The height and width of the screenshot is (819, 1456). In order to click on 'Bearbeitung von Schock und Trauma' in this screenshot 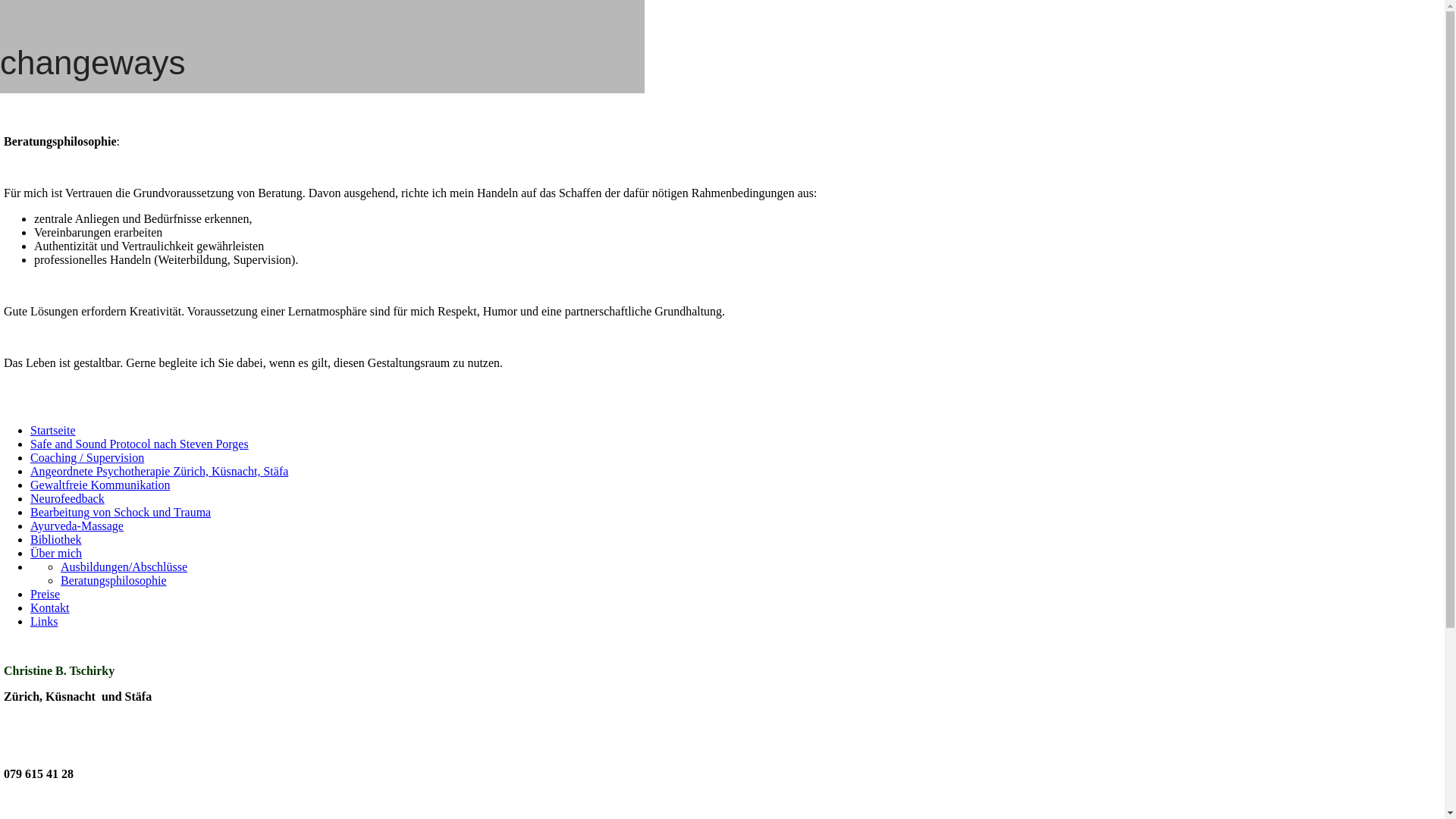, I will do `click(119, 512)`.